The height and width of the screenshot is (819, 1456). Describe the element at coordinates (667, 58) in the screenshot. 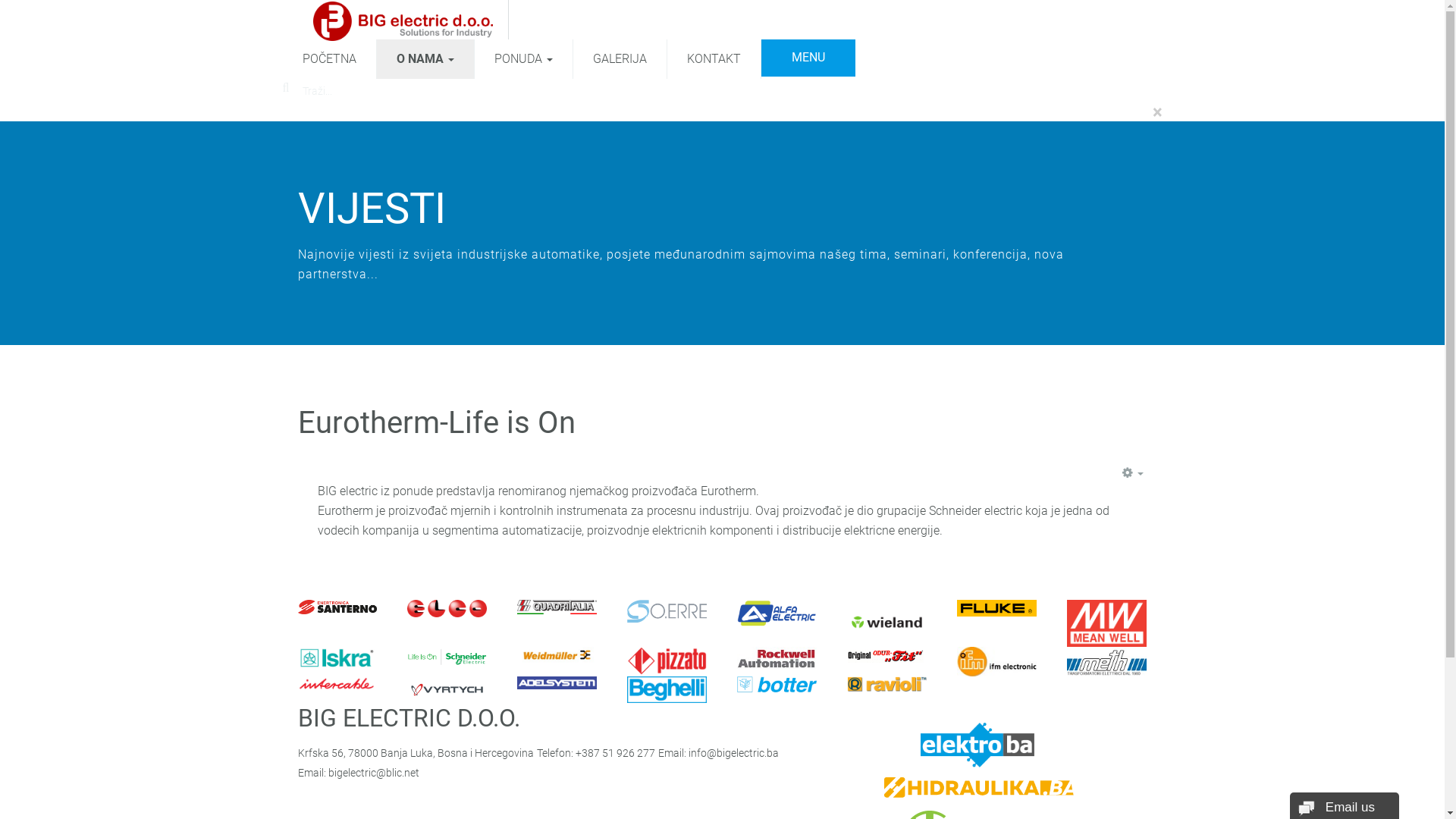

I see `'KONTAKT'` at that location.